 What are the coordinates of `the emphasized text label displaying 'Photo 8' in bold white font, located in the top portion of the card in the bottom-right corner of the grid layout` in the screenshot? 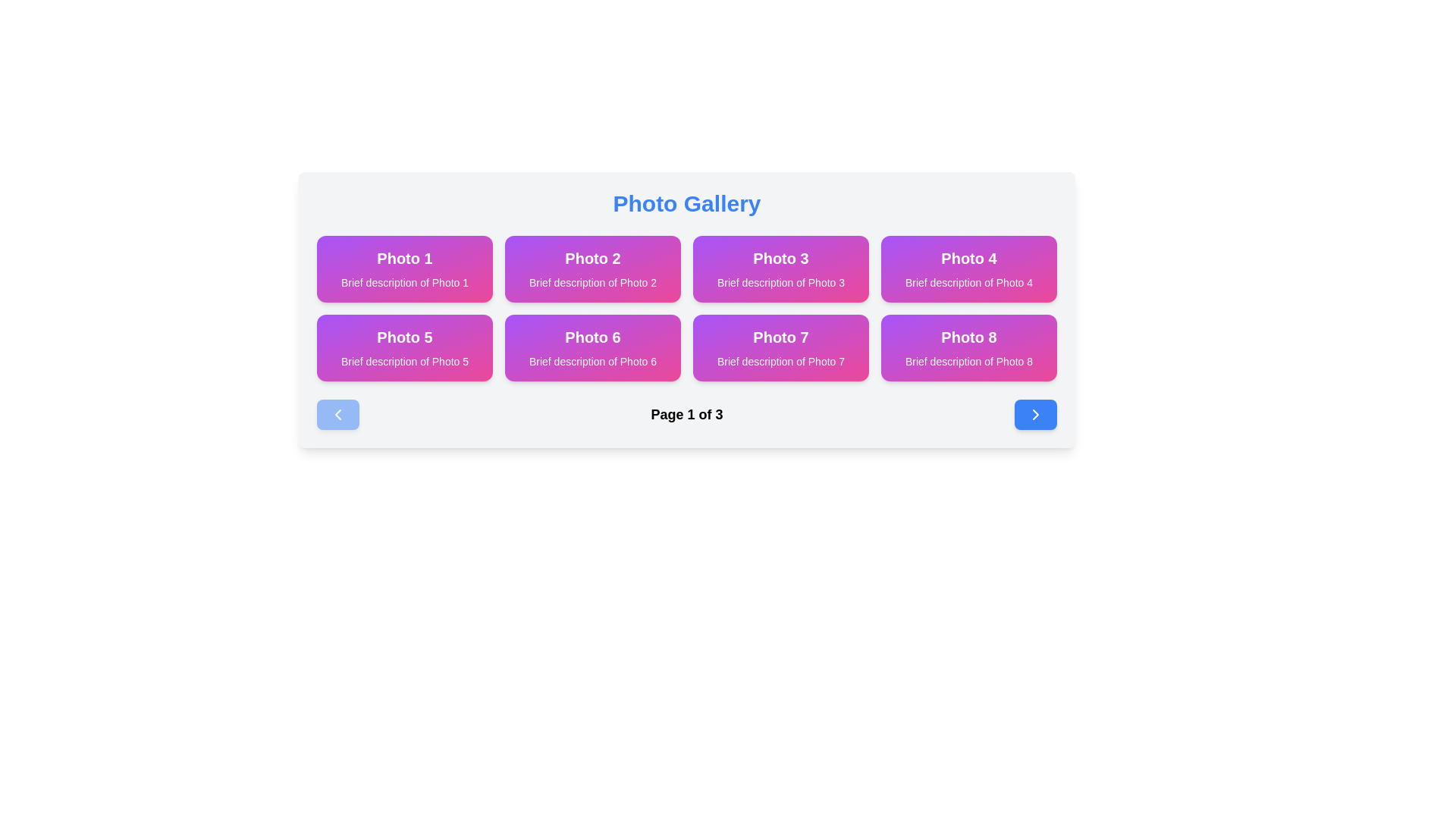 It's located at (968, 336).